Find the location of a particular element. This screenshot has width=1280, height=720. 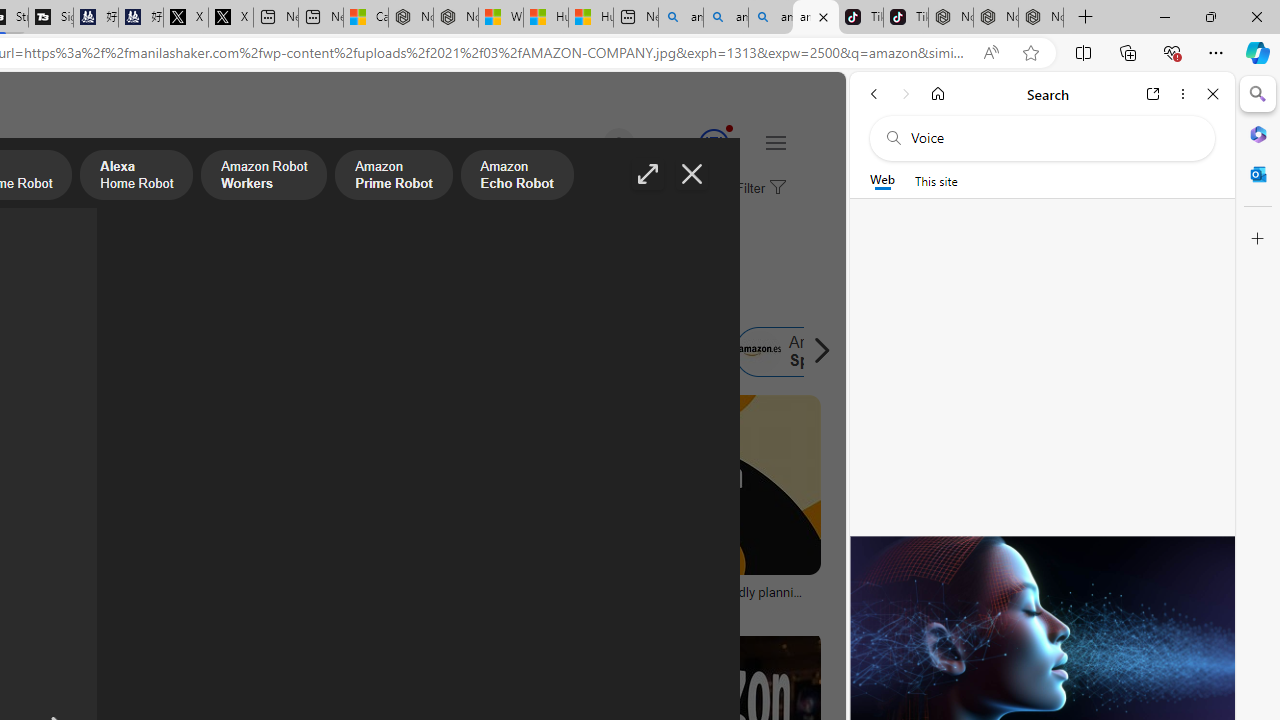

'Nordace - Siena Pro 15 Essential Set' is located at coordinates (1040, 17).